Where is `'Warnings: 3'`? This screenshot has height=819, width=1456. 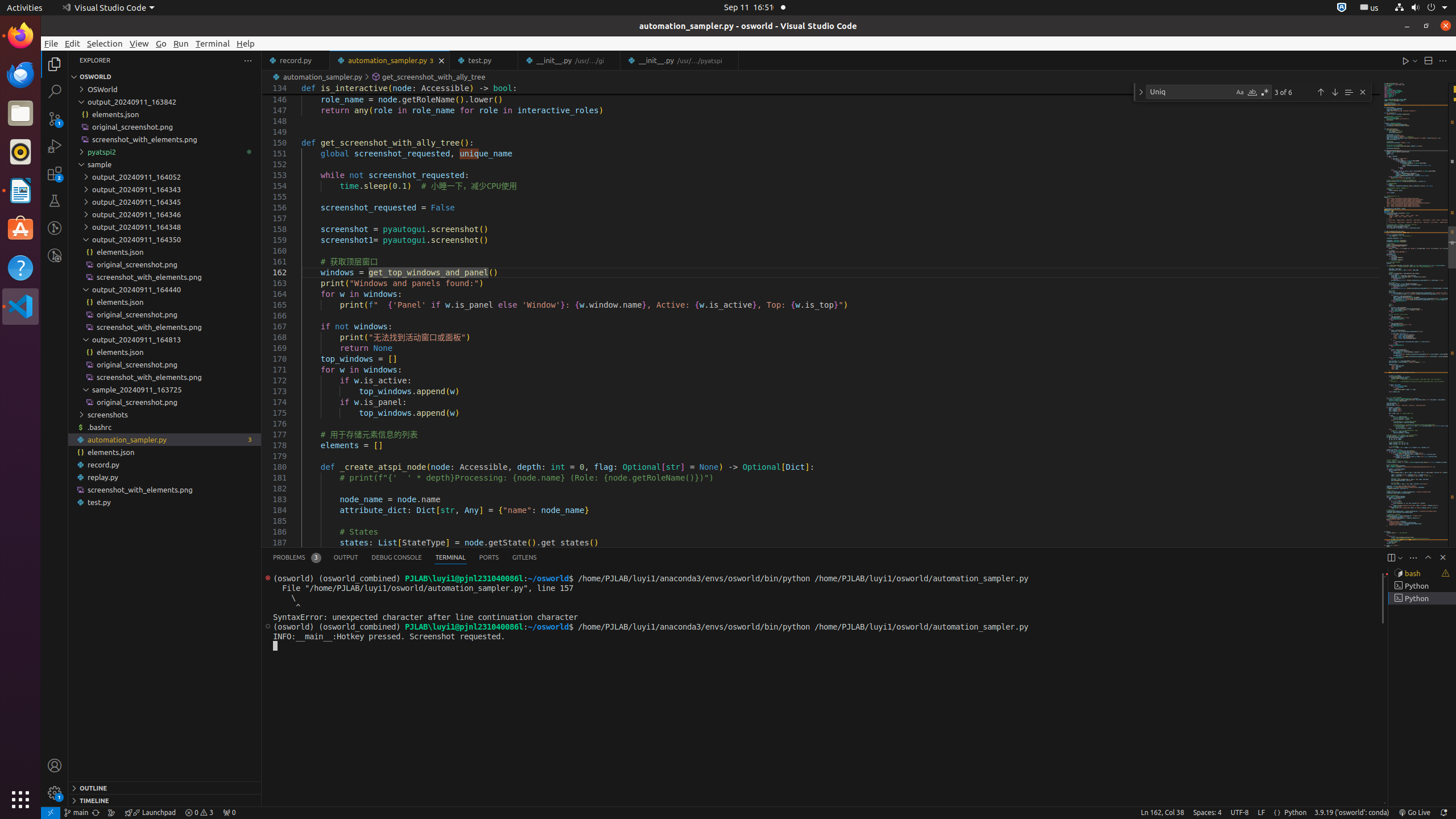
'Warnings: 3' is located at coordinates (199, 812).